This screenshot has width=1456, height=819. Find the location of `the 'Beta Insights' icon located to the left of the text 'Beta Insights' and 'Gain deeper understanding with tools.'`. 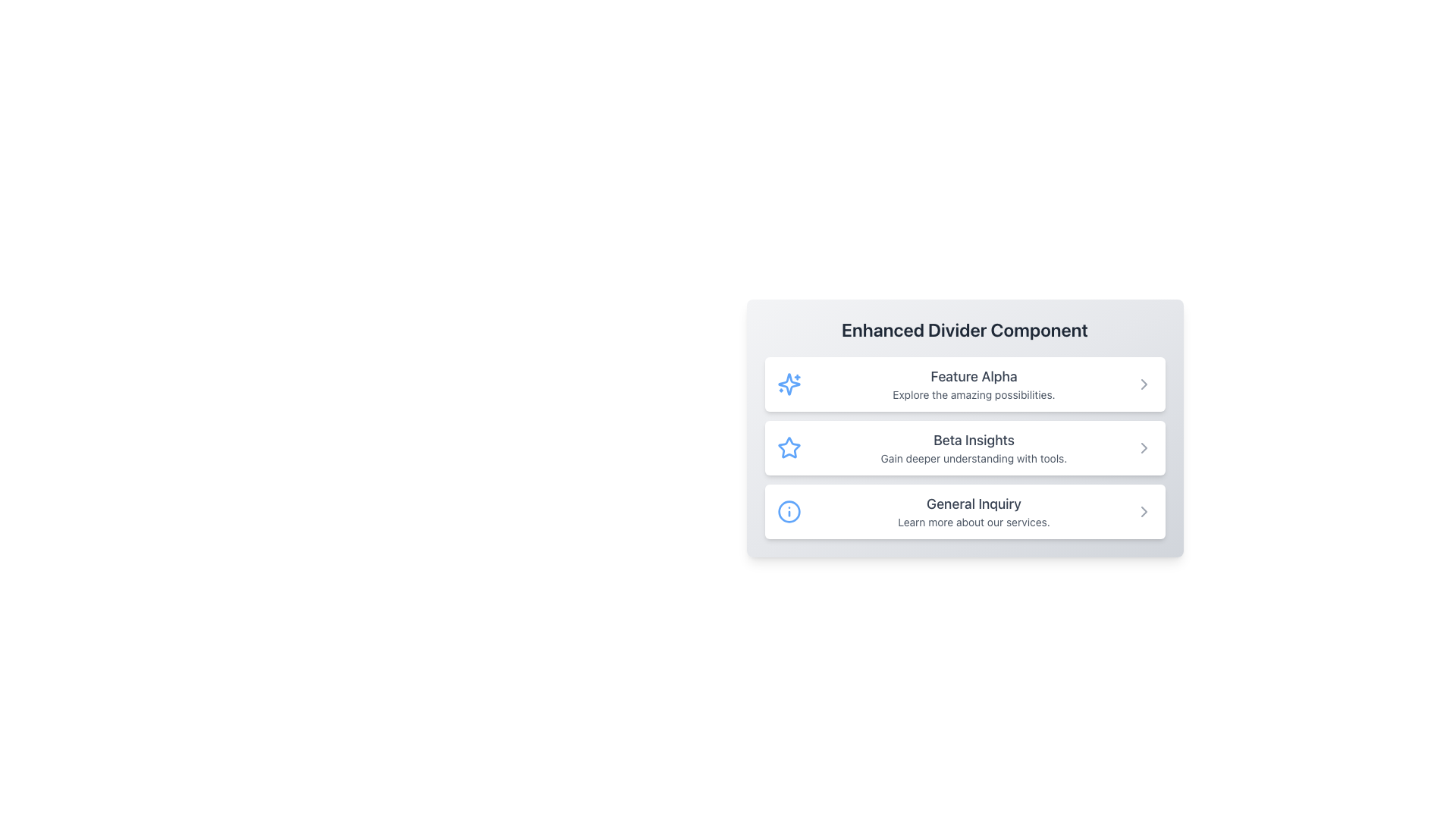

the 'Beta Insights' icon located to the left of the text 'Beta Insights' and 'Gain deeper understanding with tools.' is located at coordinates (789, 447).